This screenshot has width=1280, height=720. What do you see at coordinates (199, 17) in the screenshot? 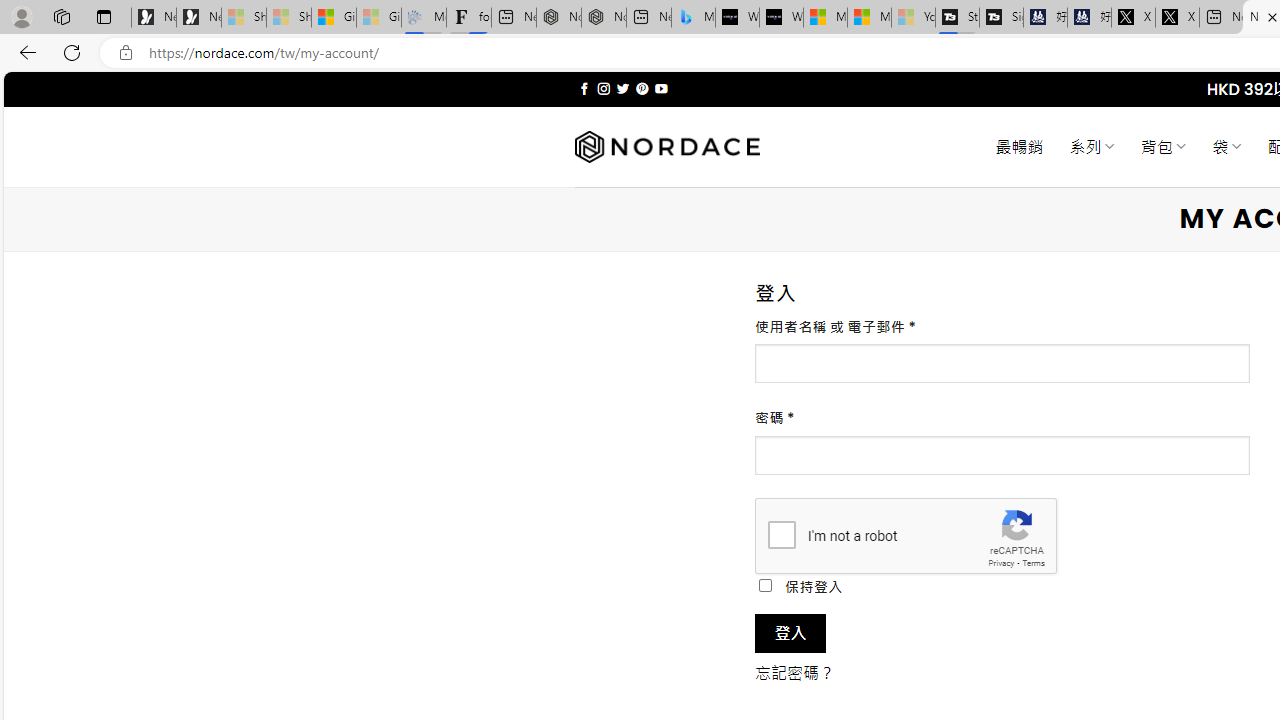
I see `'Newsletter Sign Up'` at bounding box center [199, 17].